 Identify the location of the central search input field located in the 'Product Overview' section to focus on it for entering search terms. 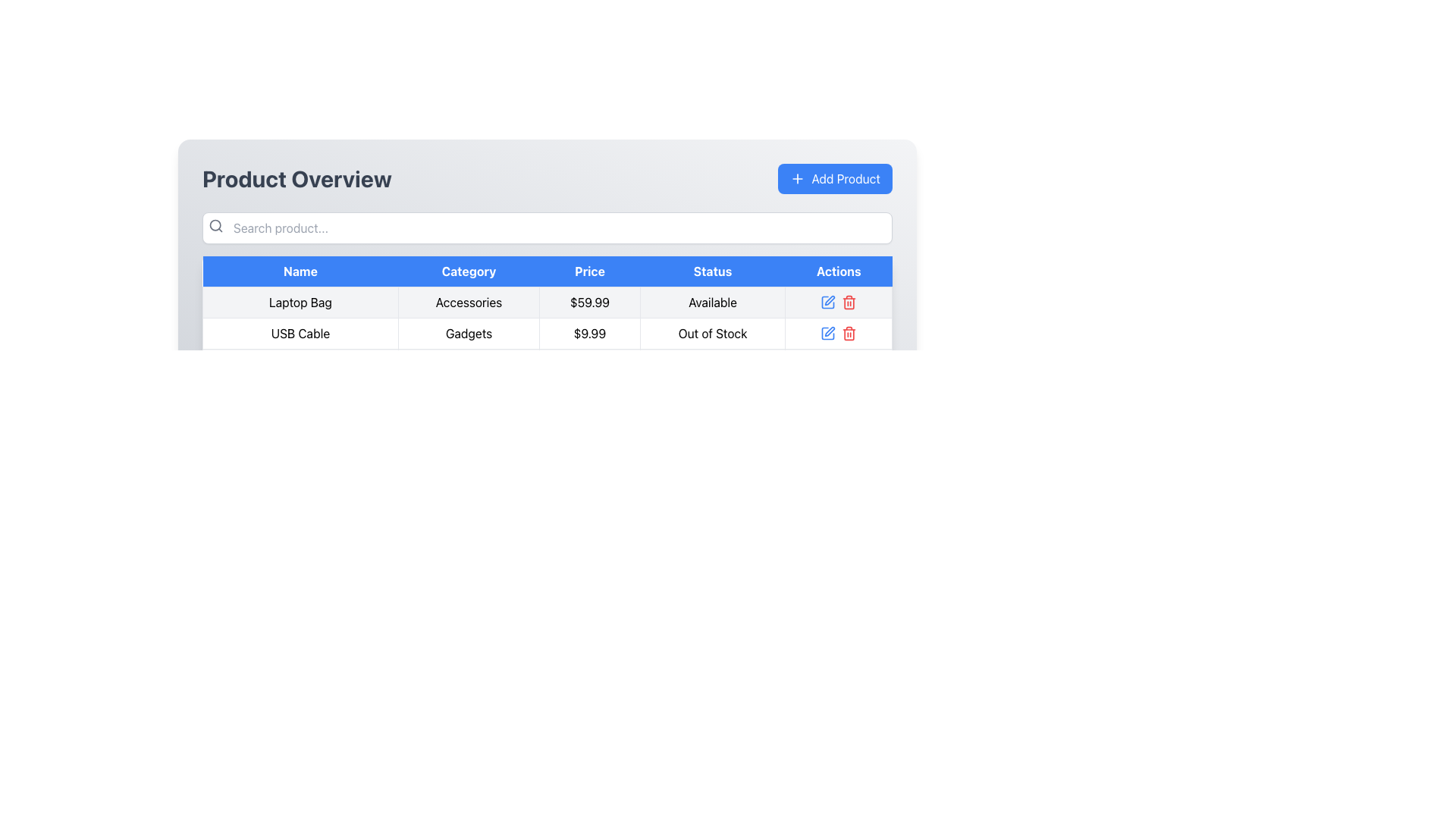
(546, 227).